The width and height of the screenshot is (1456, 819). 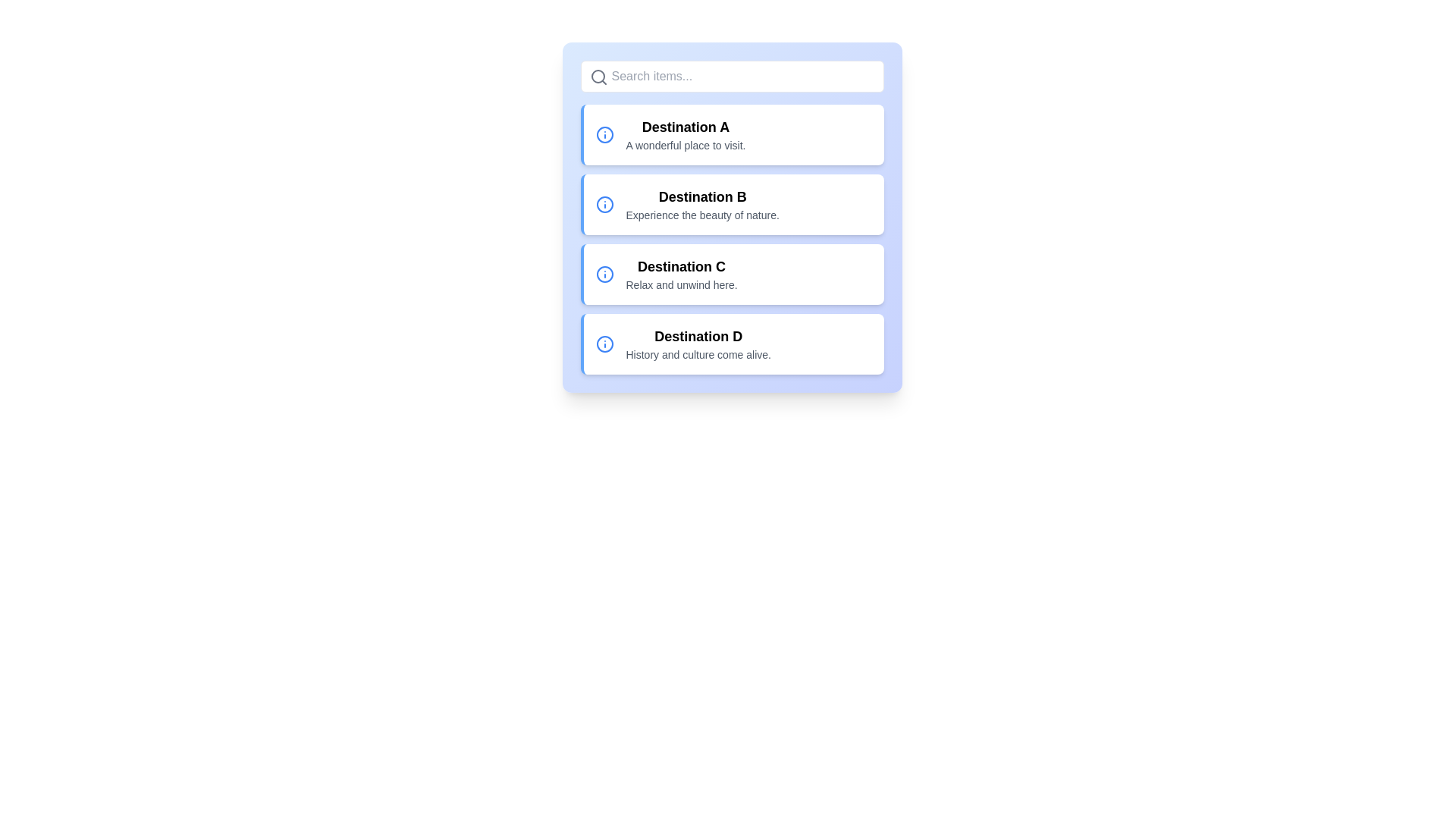 What do you see at coordinates (604, 344) in the screenshot?
I see `the informational icon located to the left of the text 'Destination D' in the fourth card of the vertically stacked list` at bounding box center [604, 344].